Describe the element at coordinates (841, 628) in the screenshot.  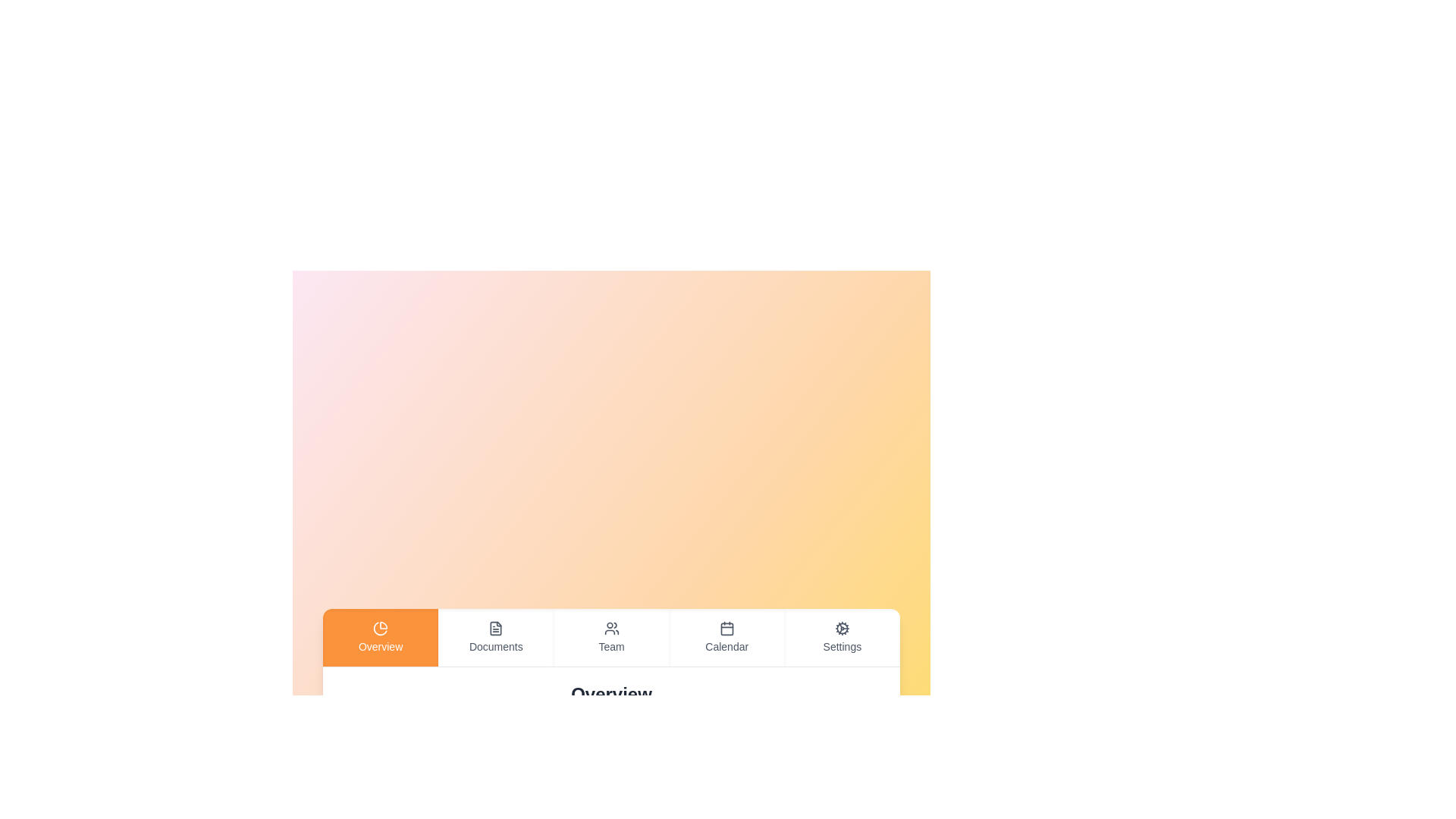
I see `the settings icon located at the rightmost end of the bottom navigation bar` at that location.